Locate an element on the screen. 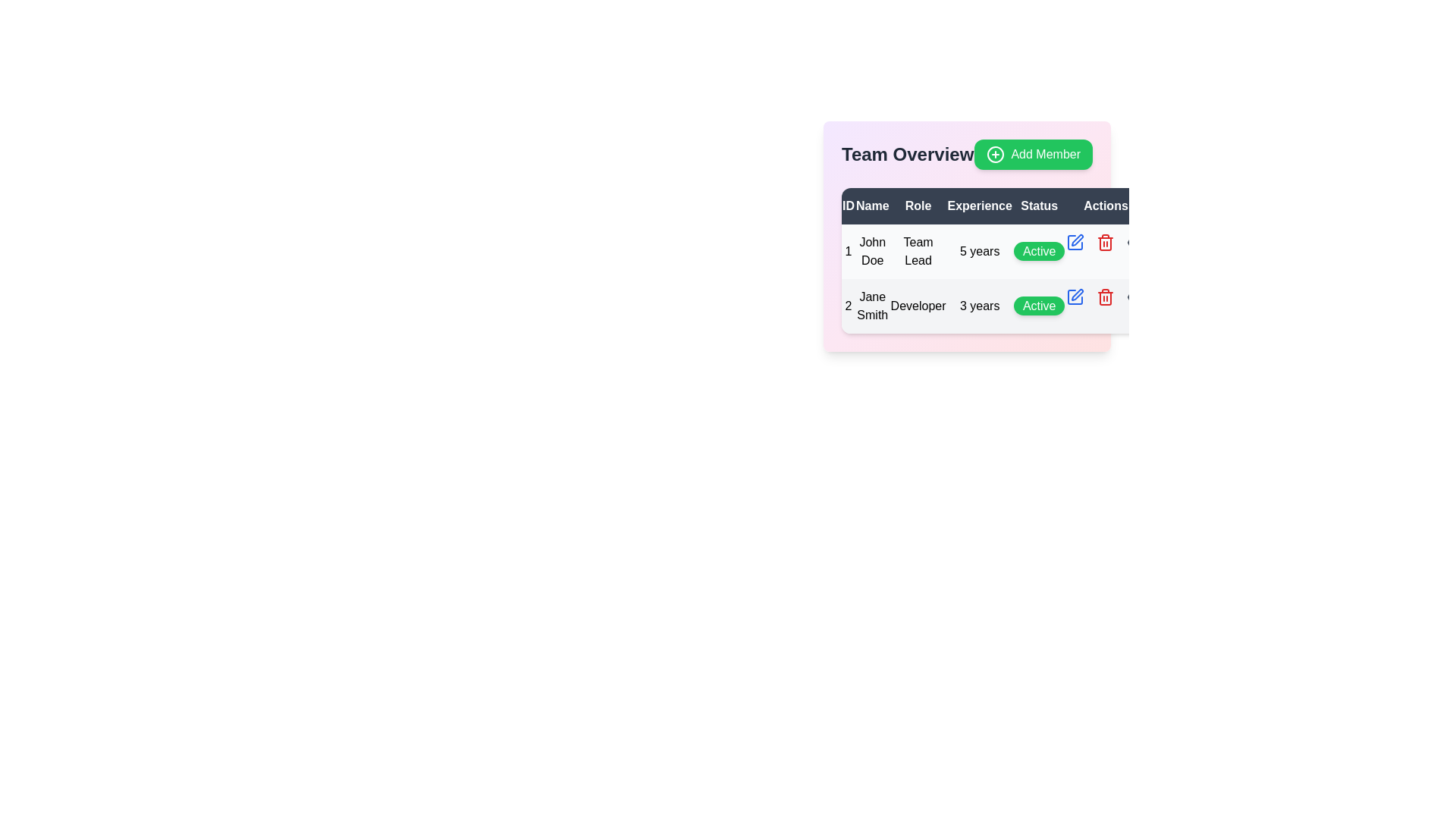  the 'Role' header in the table, which is the third header from the left, indicating that the corresponding column contains data related to roles is located at coordinates (918, 206).